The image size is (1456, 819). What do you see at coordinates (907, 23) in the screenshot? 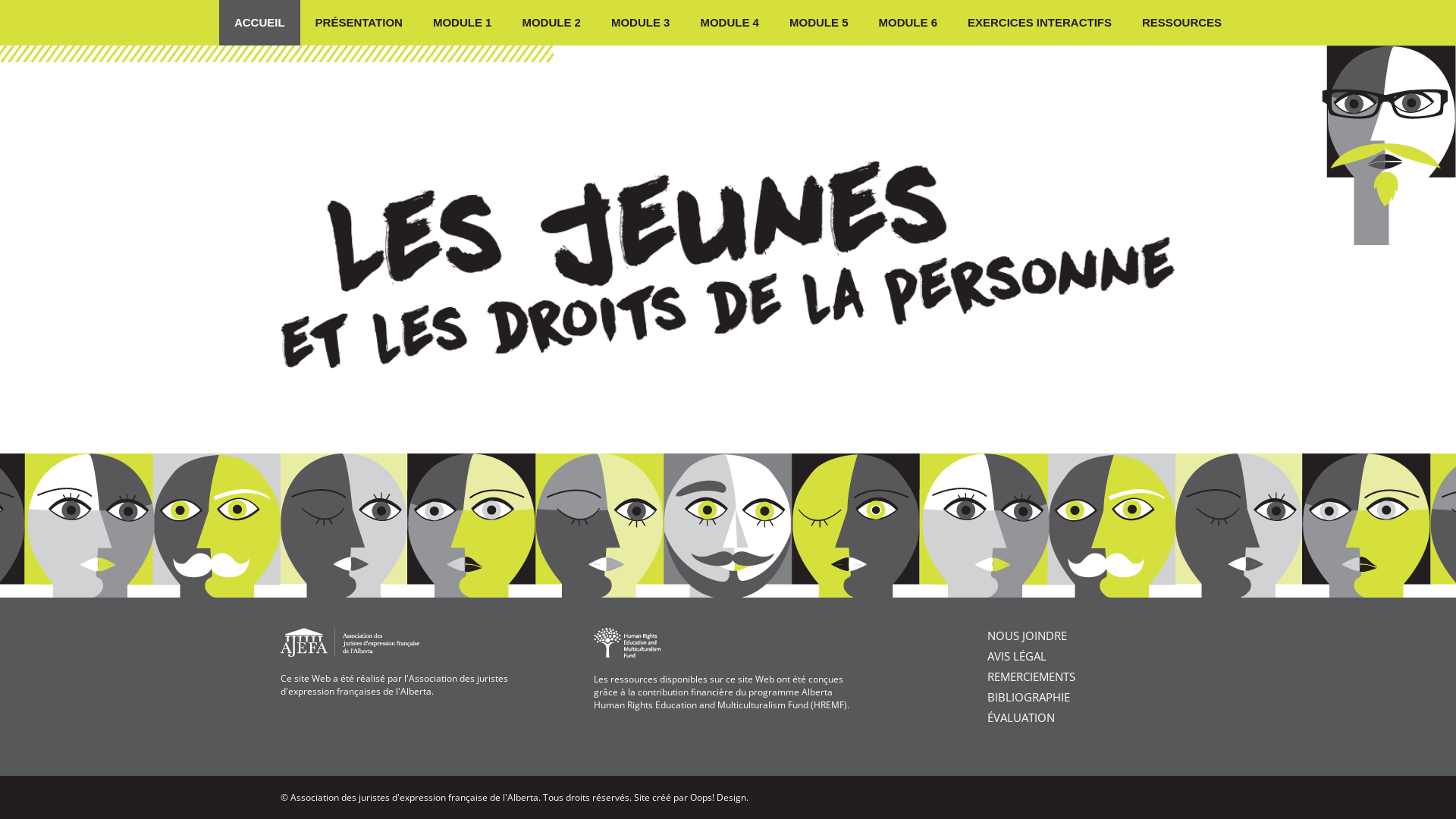
I see `'MODULE 6'` at bounding box center [907, 23].